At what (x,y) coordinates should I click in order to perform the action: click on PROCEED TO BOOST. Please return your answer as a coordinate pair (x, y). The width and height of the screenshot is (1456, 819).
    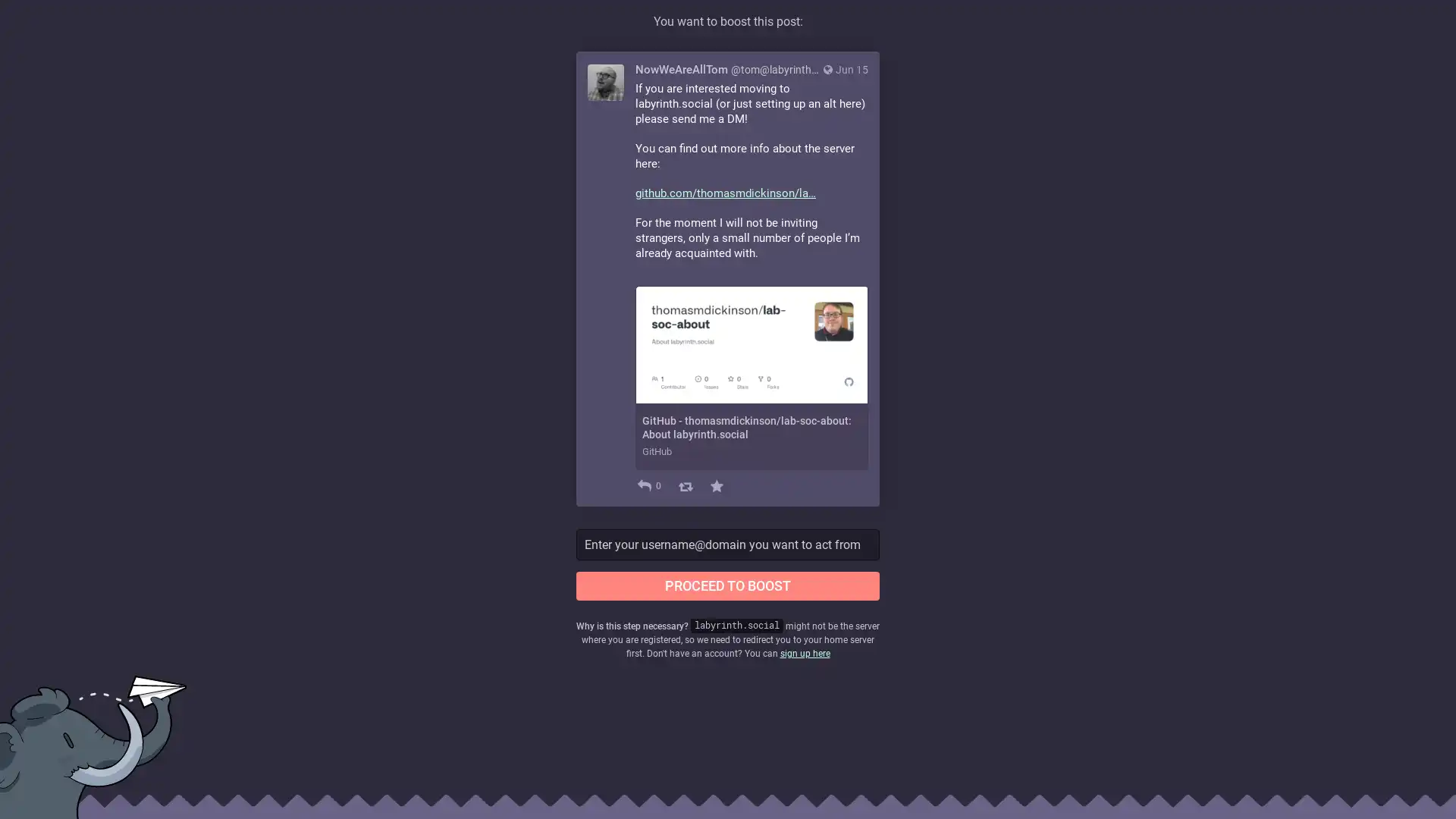
    Looking at the image, I should click on (728, 584).